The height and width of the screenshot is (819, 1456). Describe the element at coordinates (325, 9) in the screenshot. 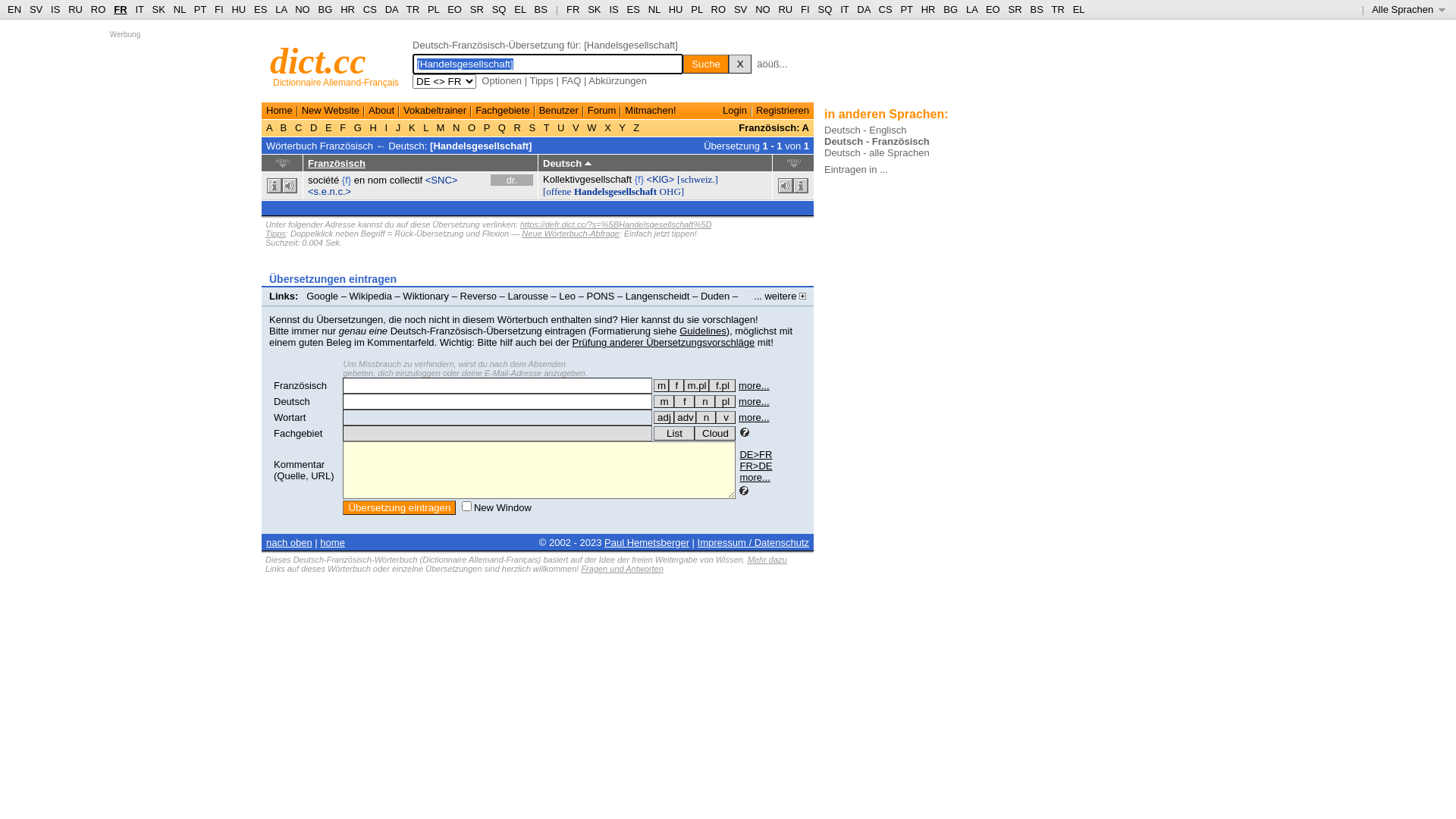

I see `'BG'` at that location.